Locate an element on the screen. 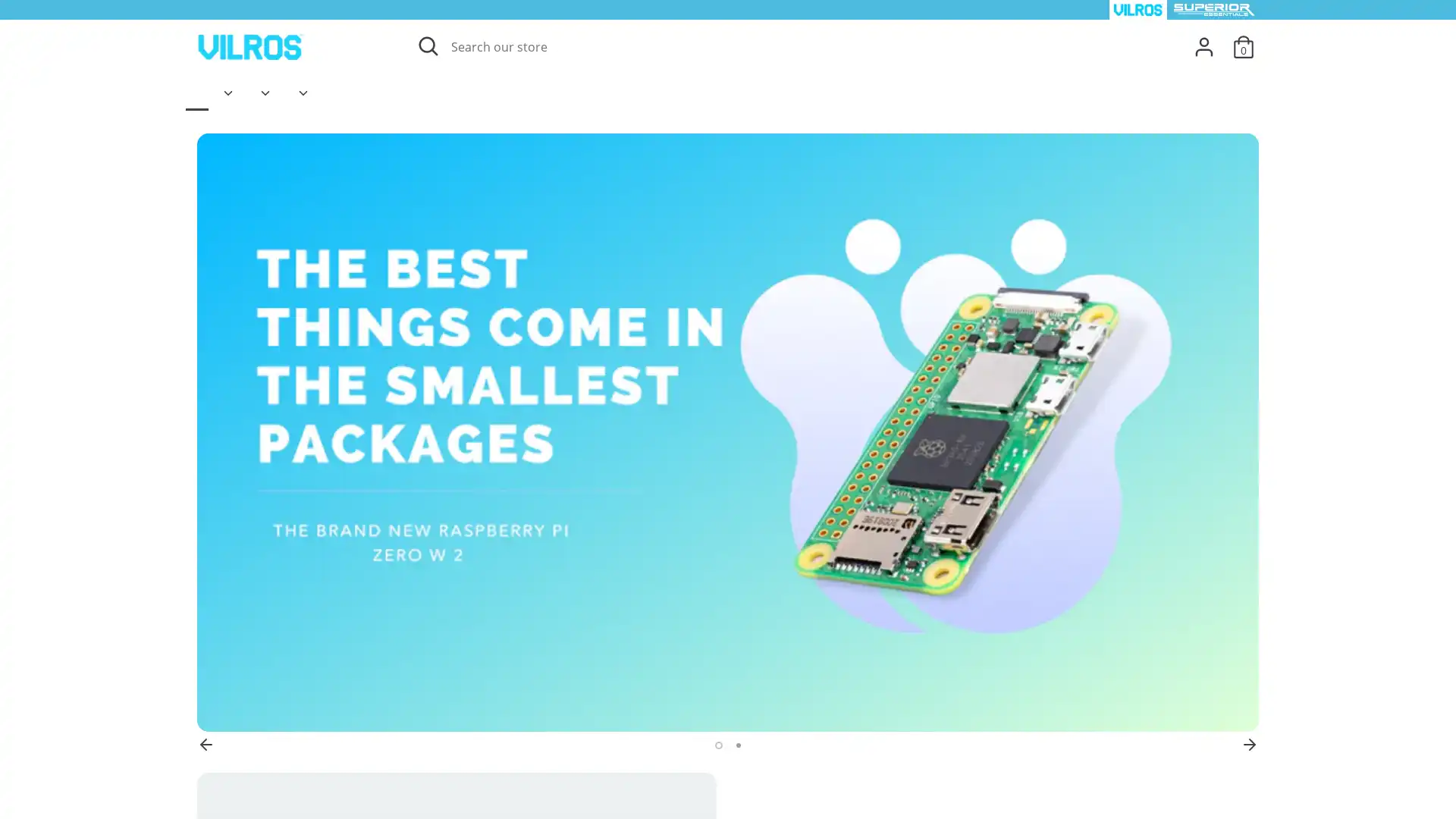 The height and width of the screenshot is (819, 1456). Next is located at coordinates (1249, 744).